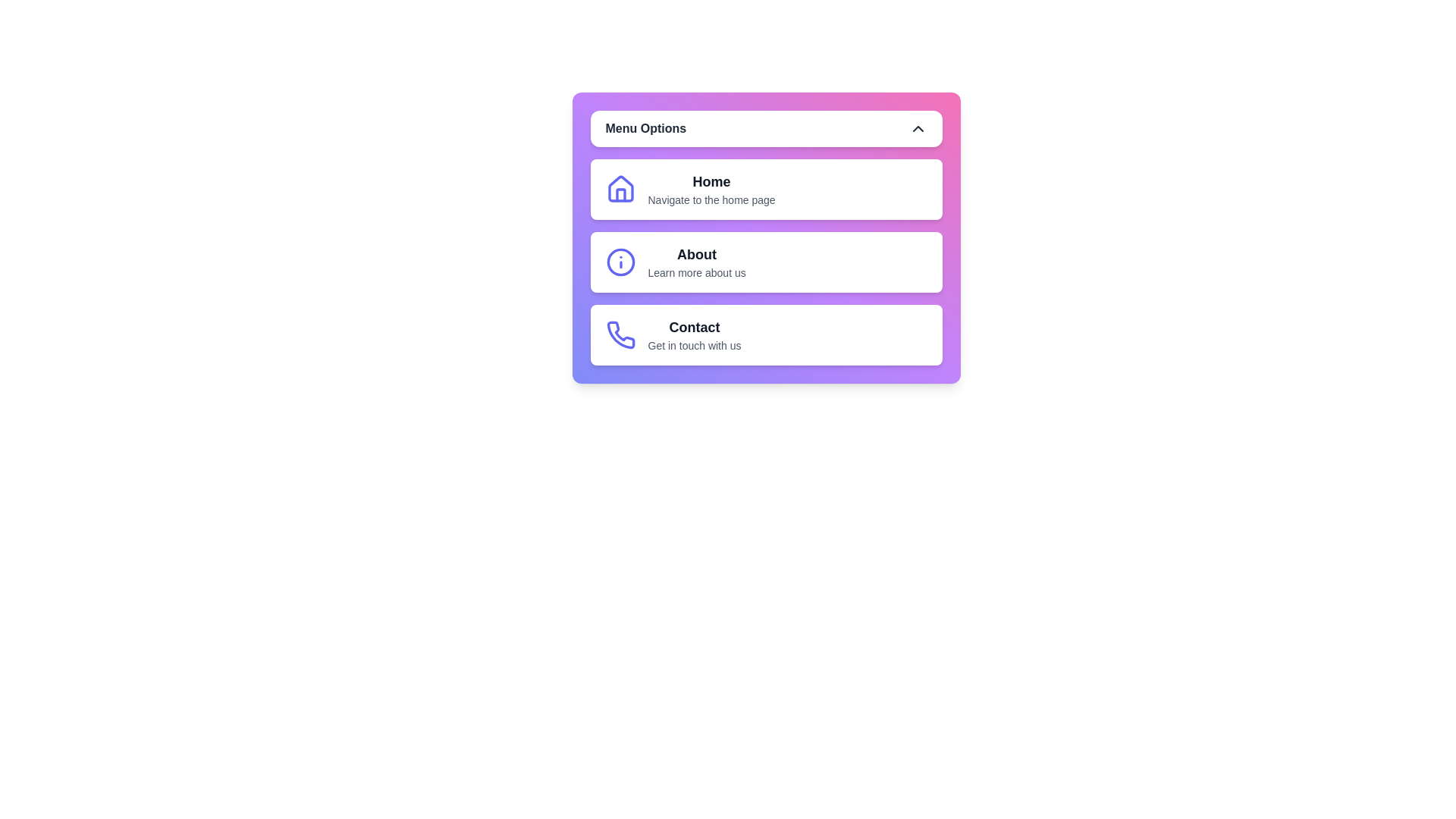 This screenshot has width=1456, height=819. I want to click on the menu item About to view its hover effect, so click(766, 262).